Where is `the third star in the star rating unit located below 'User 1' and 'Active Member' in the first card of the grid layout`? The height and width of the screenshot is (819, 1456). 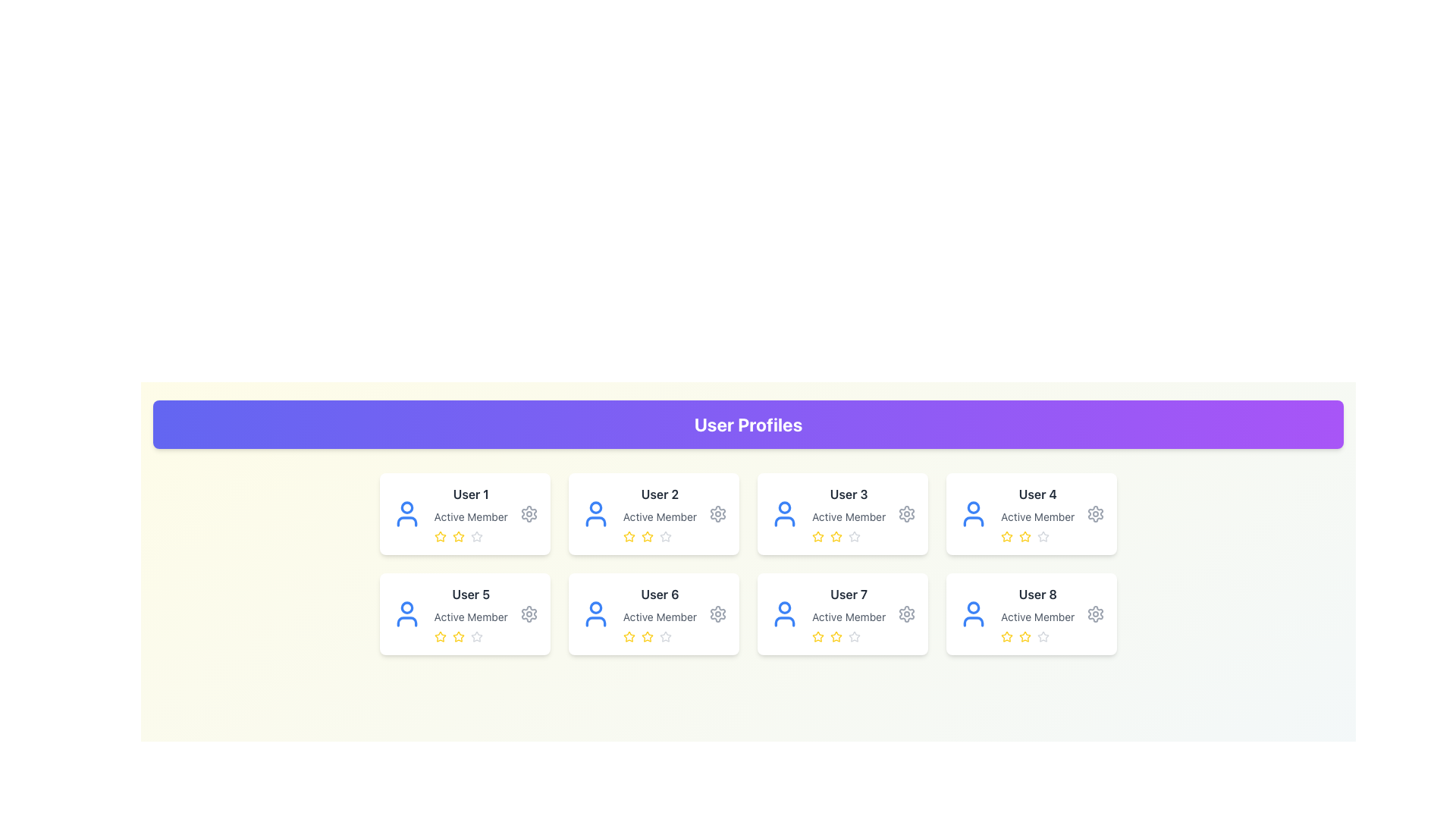
the third star in the star rating unit located below 'User 1' and 'Active Member' in the first card of the grid layout is located at coordinates (470, 536).